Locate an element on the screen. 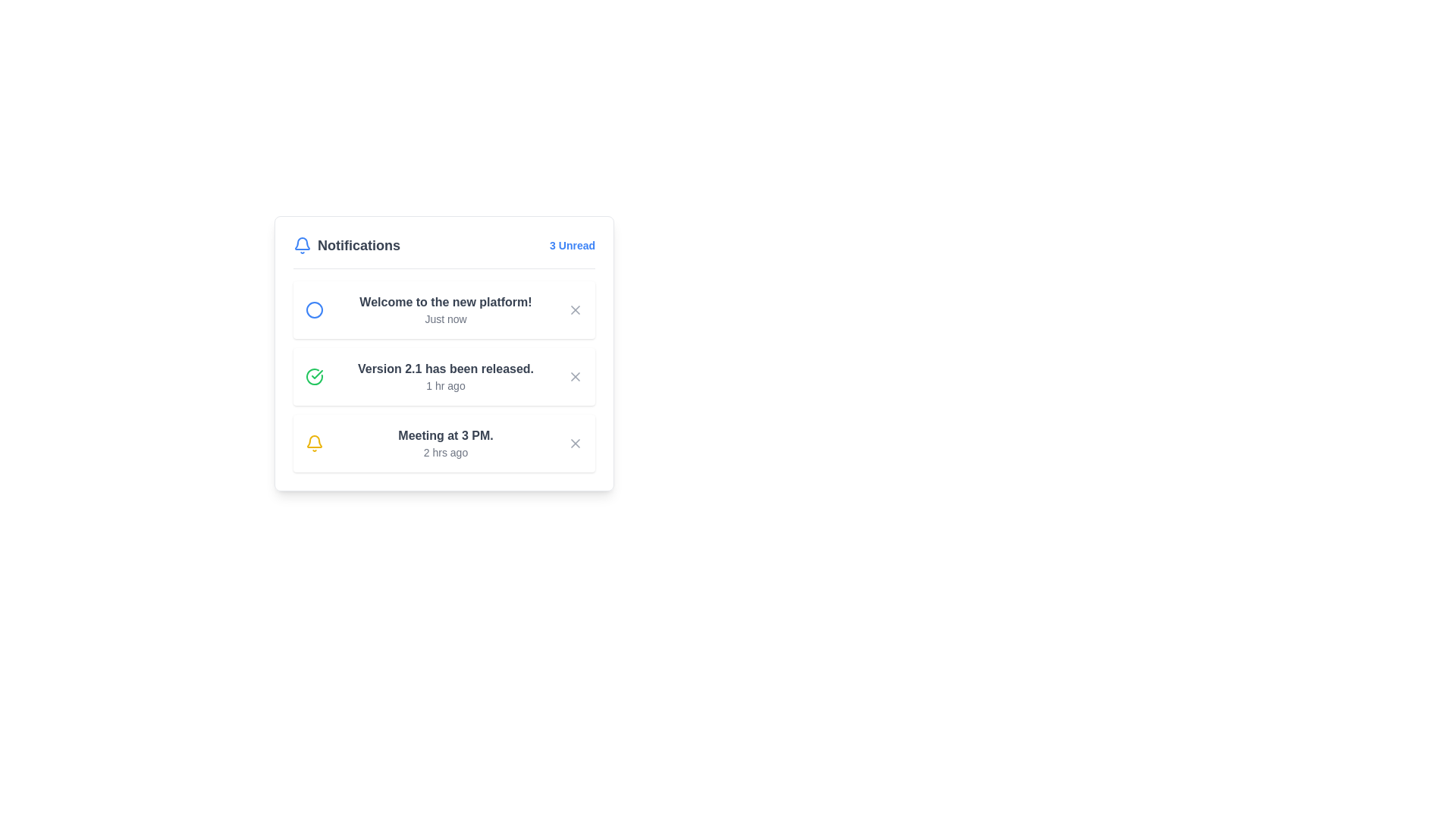  the close button ('X' mark) located at the top-right side of the first notification message is located at coordinates (574, 309).